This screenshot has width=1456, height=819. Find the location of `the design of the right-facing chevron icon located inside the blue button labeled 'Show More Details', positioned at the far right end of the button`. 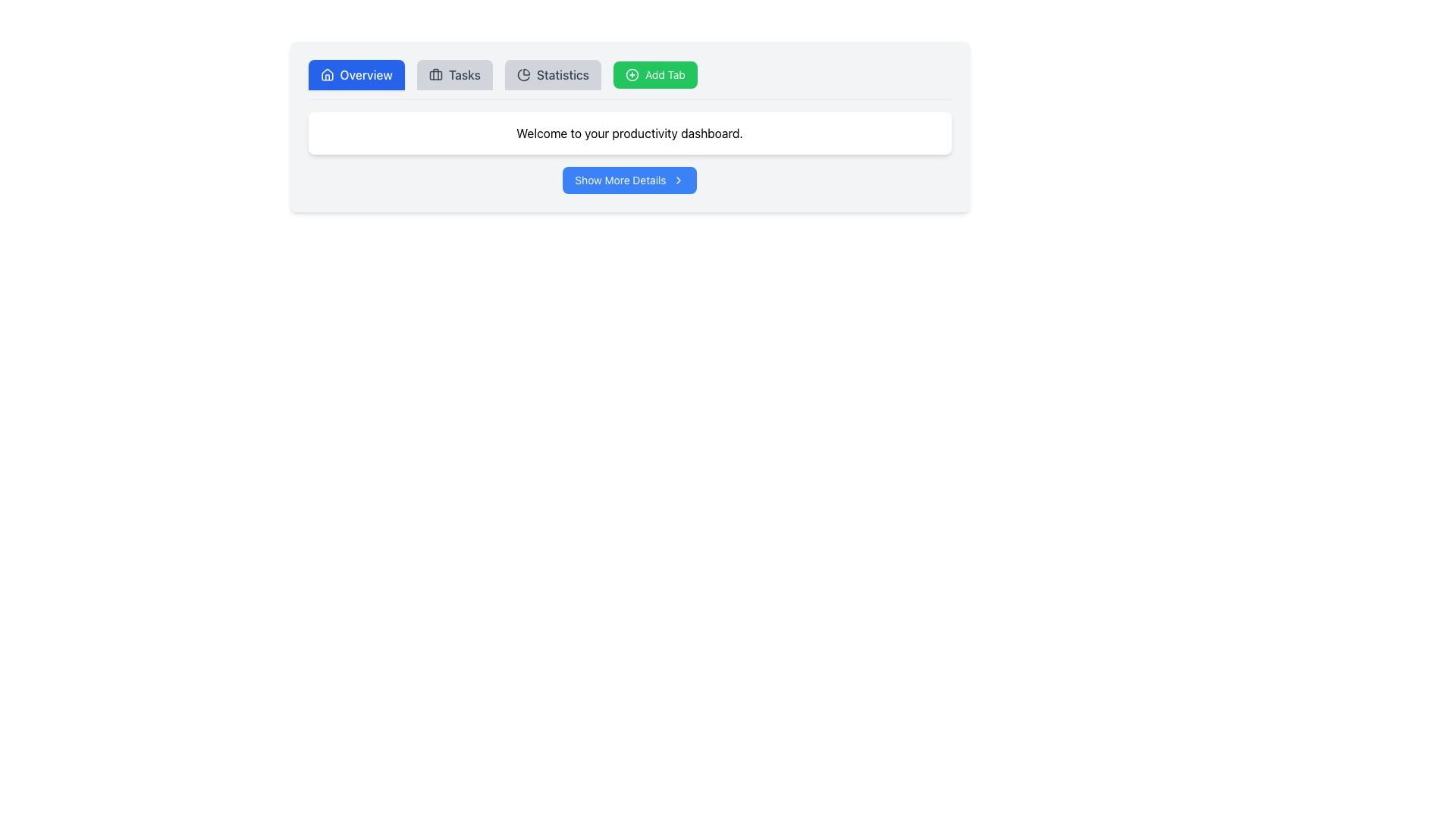

the design of the right-facing chevron icon located inside the blue button labeled 'Show More Details', positioned at the far right end of the button is located at coordinates (677, 180).